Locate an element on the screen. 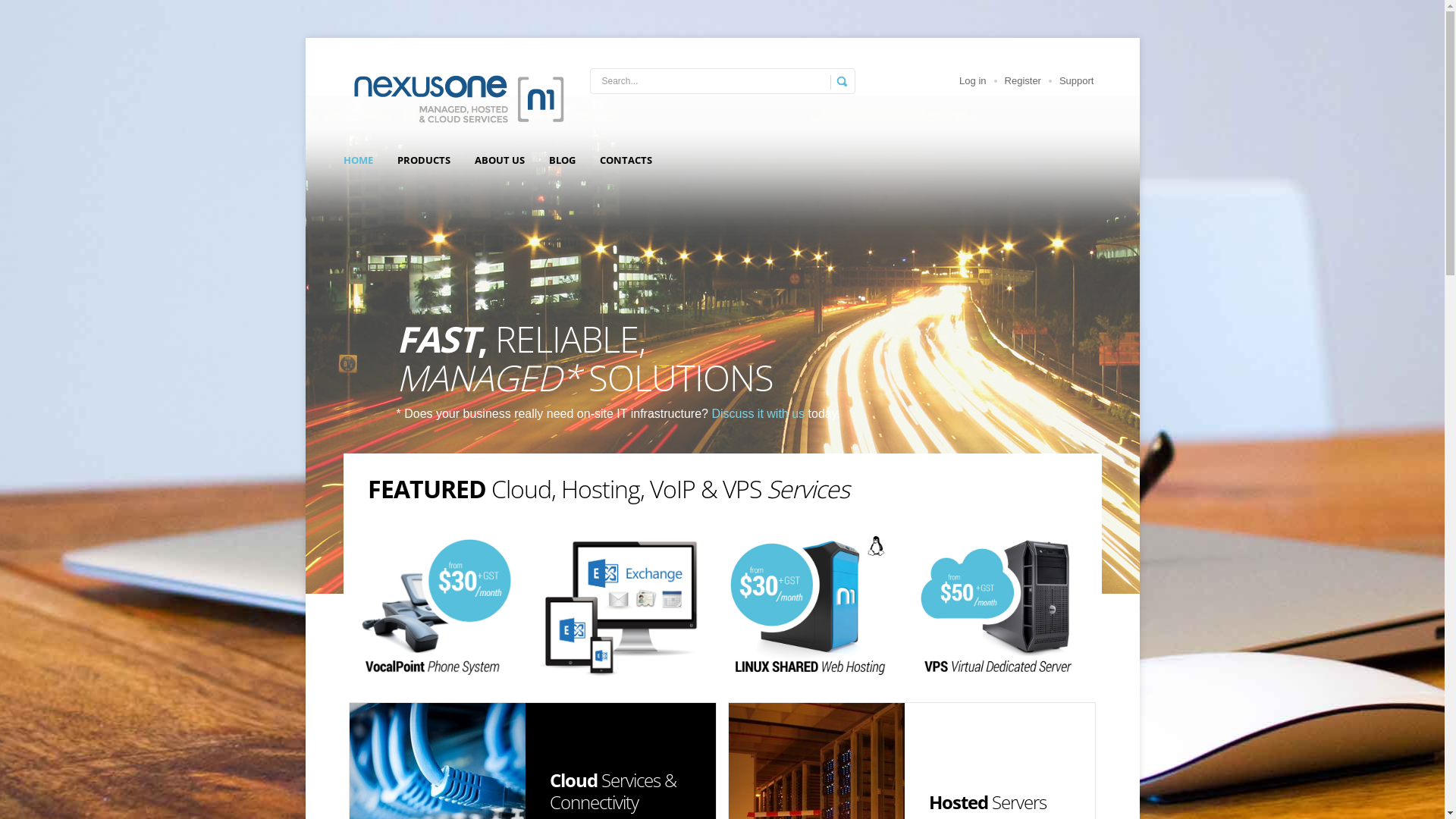 This screenshot has height=819, width=1456. 'ABOUT US' is located at coordinates (499, 160).